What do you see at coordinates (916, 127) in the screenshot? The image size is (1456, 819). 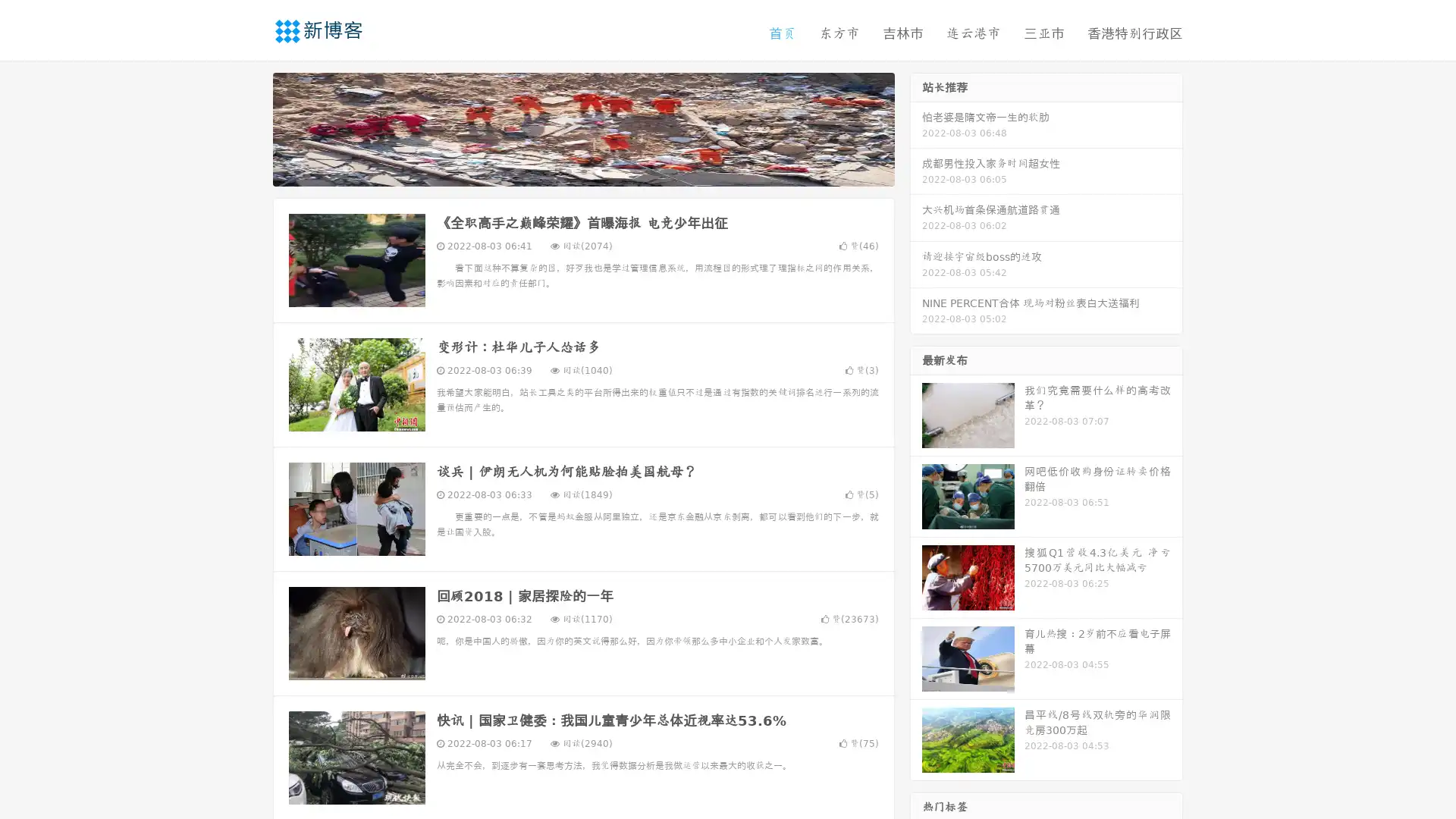 I see `Next slide` at bounding box center [916, 127].